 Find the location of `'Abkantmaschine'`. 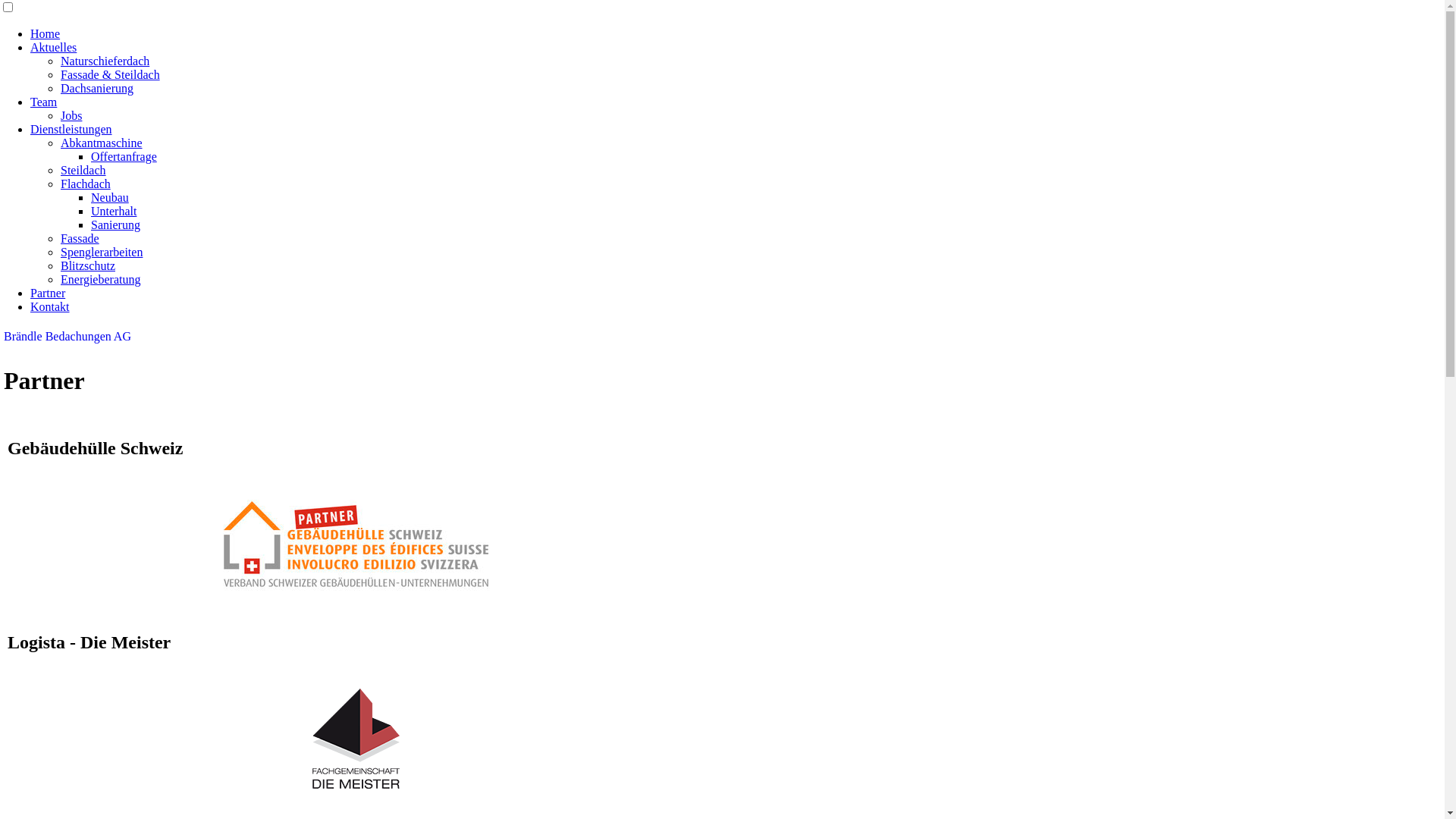

'Abkantmaschine' is located at coordinates (101, 143).